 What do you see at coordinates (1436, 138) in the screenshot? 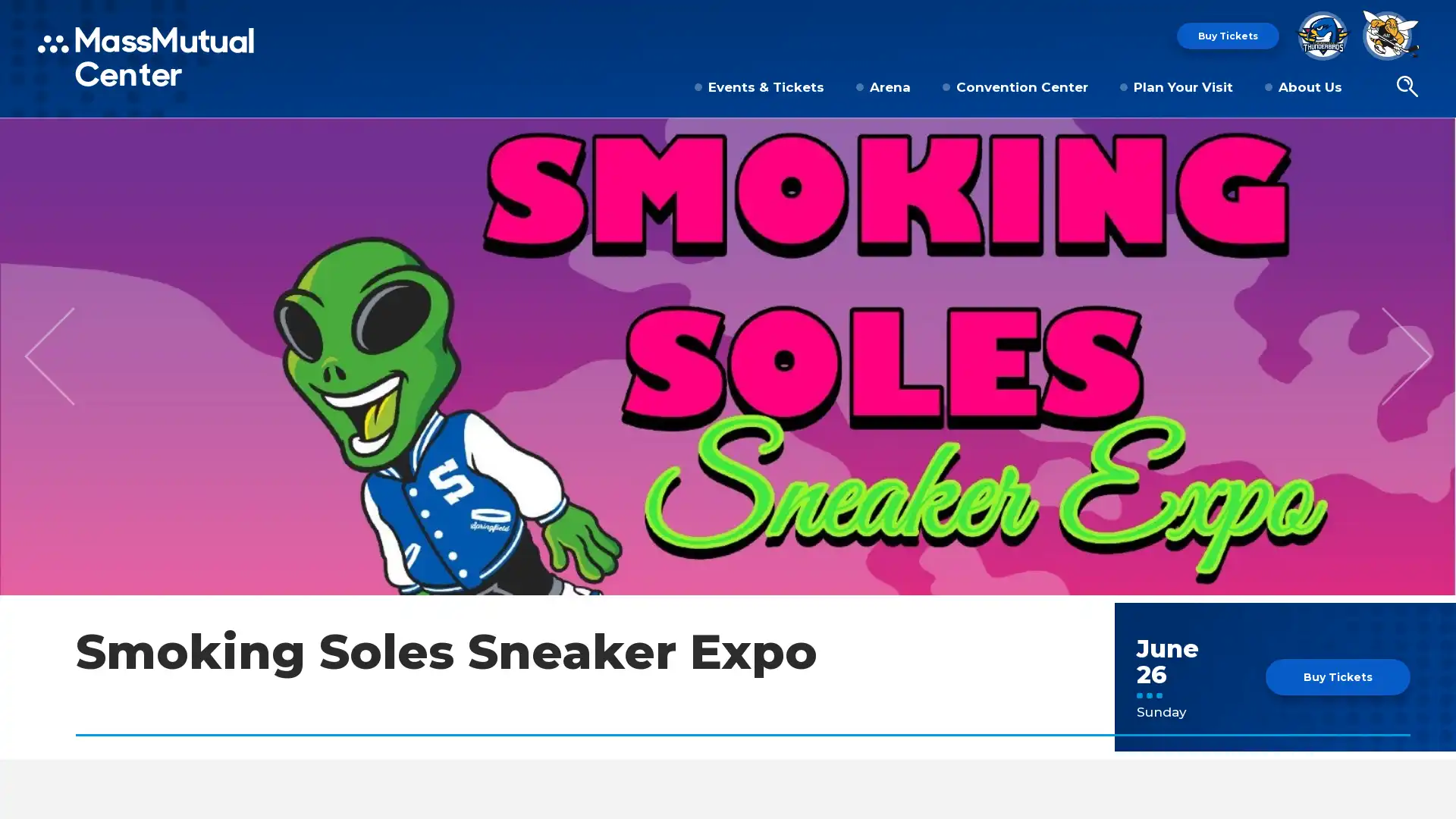
I see `Pause Slideshow` at bounding box center [1436, 138].